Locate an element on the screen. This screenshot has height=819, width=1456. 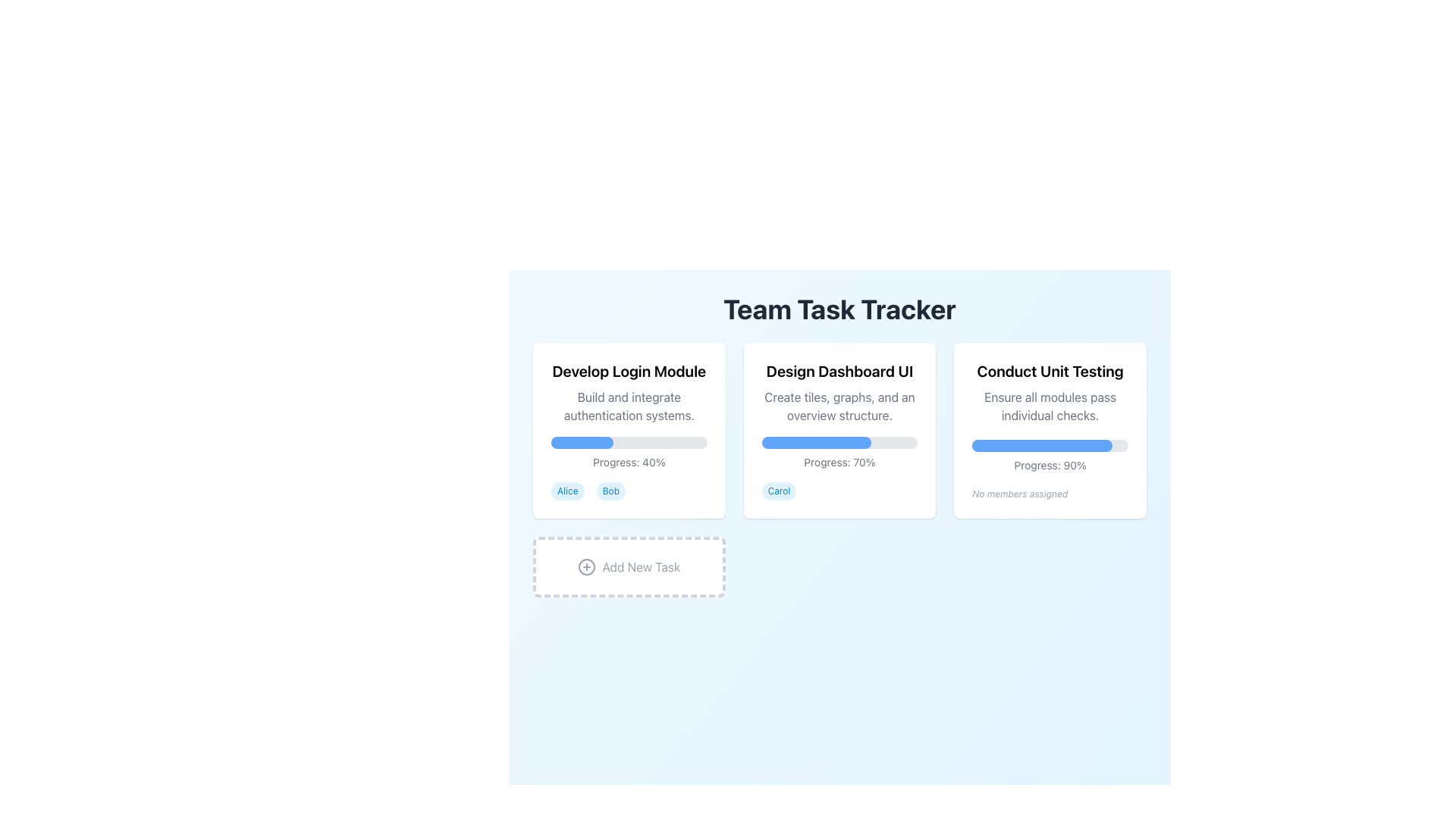
the central task card in the team task tracker application is located at coordinates (839, 469).